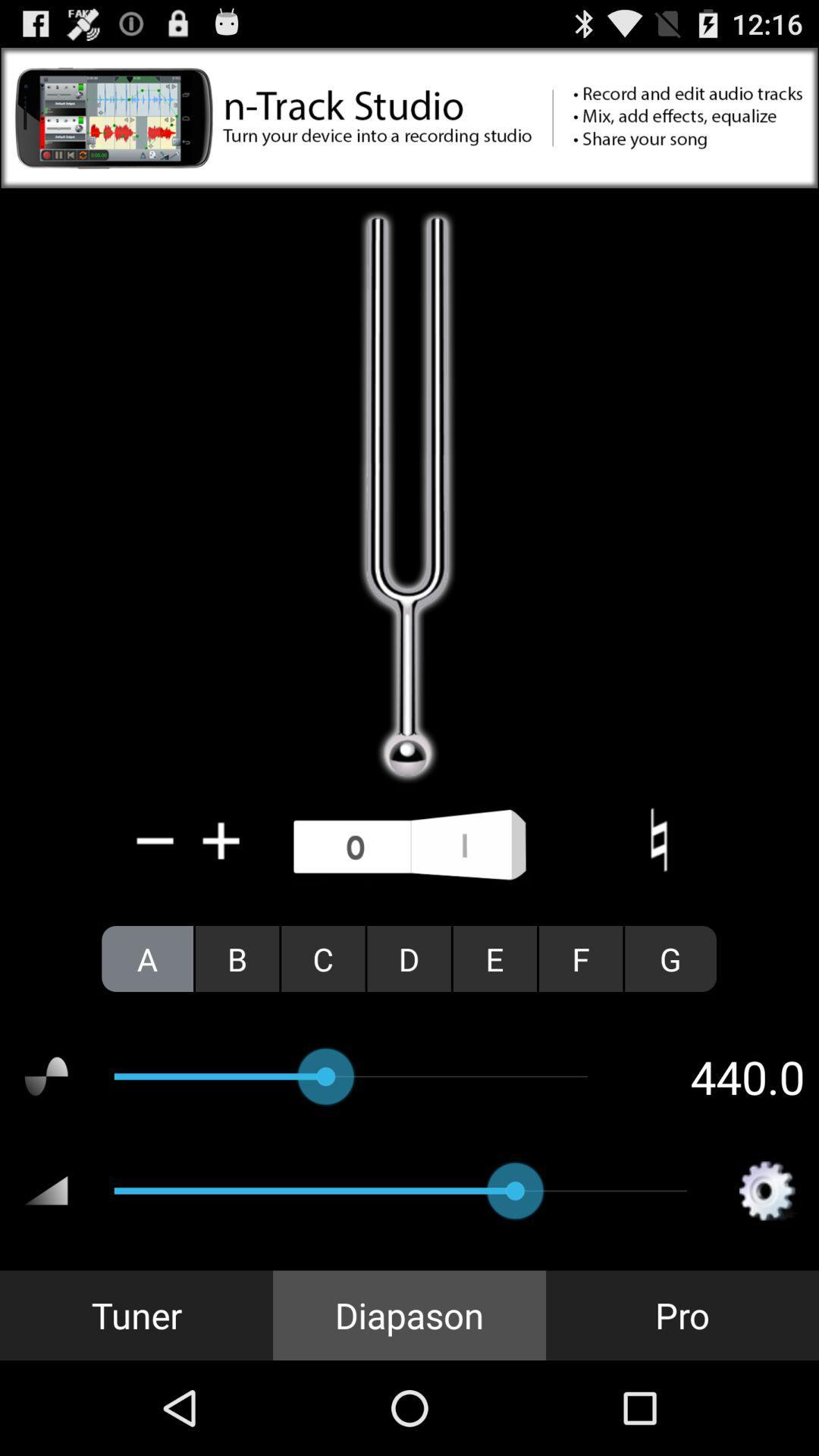 The image size is (819, 1456). I want to click on the icon next to the c radio button, so click(408, 958).